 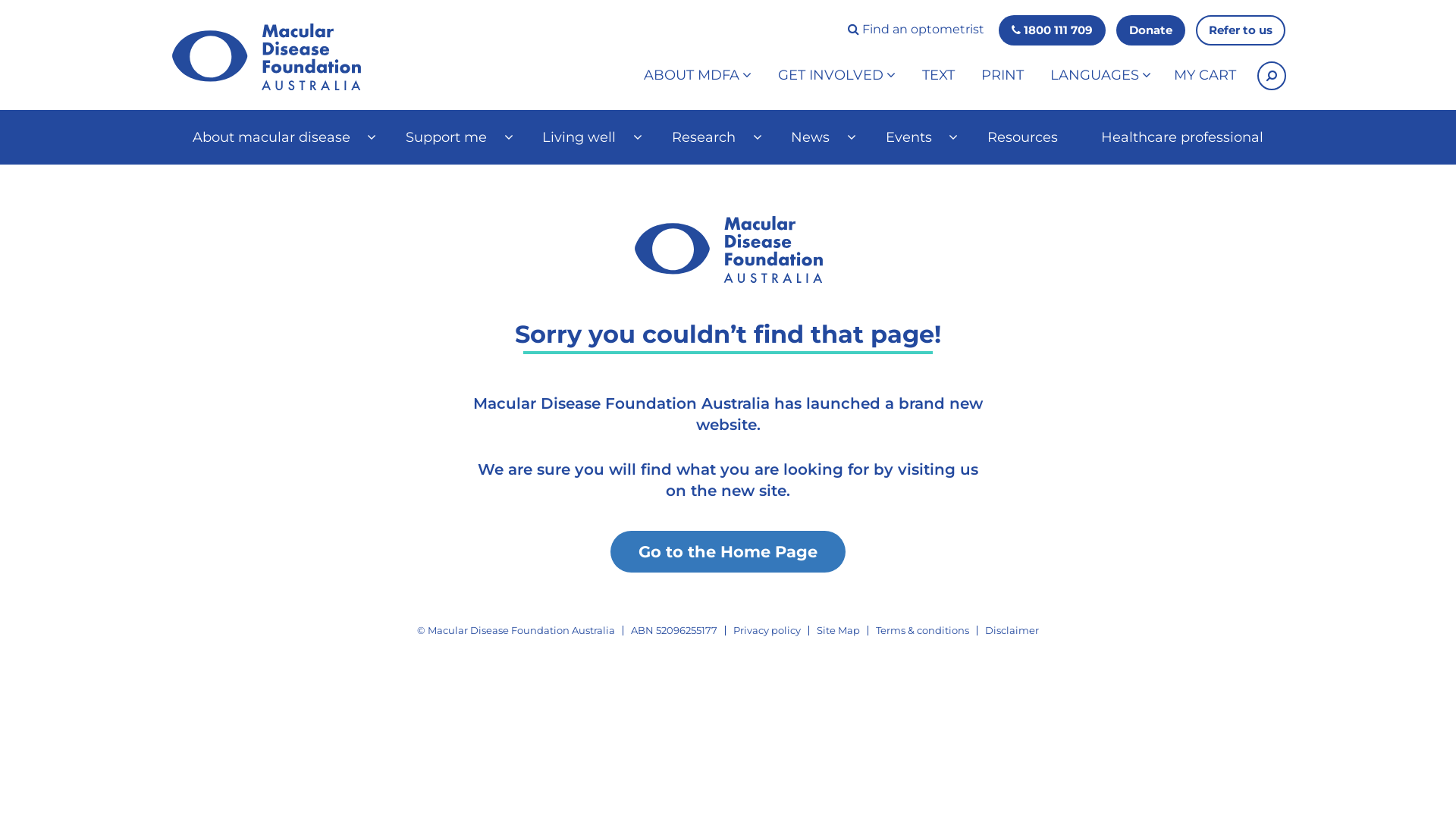 What do you see at coordinates (767, 629) in the screenshot?
I see `'Privacy policy'` at bounding box center [767, 629].